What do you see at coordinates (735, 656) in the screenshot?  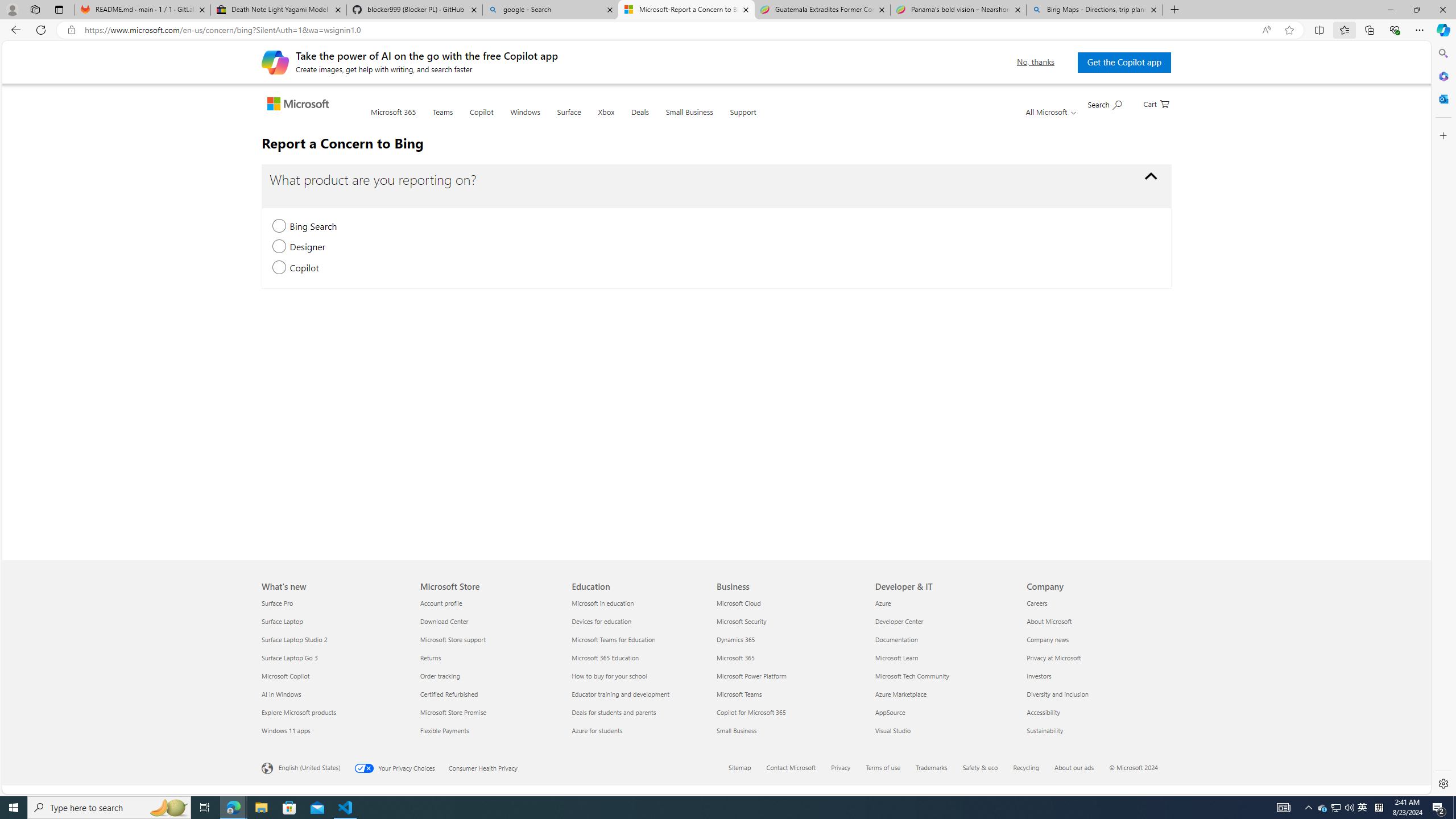 I see `'Microsoft 365 Business'` at bounding box center [735, 656].